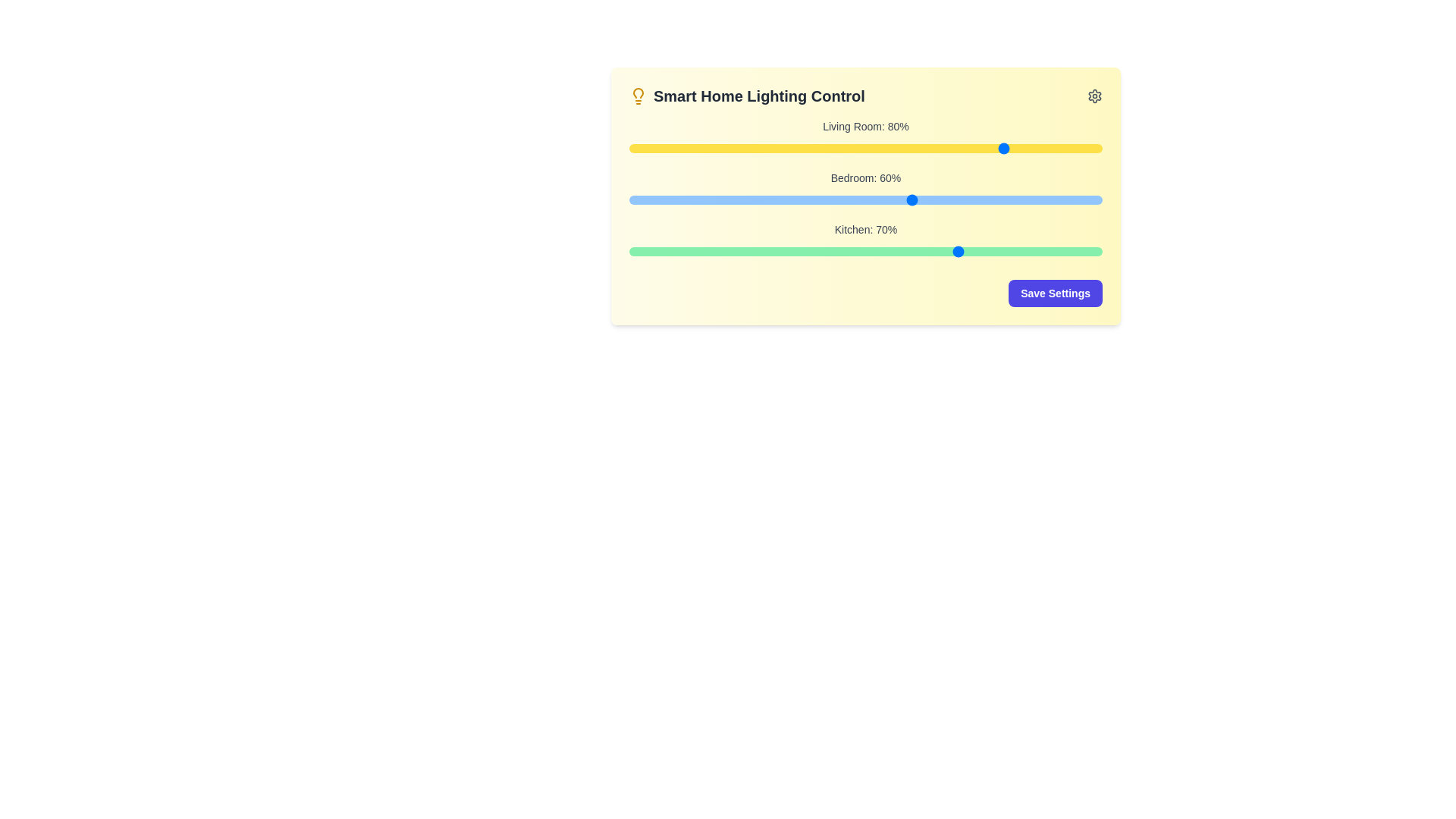 The height and width of the screenshot is (819, 1456). I want to click on the control panel for adjusting smart home lighting settings, so click(866, 195).